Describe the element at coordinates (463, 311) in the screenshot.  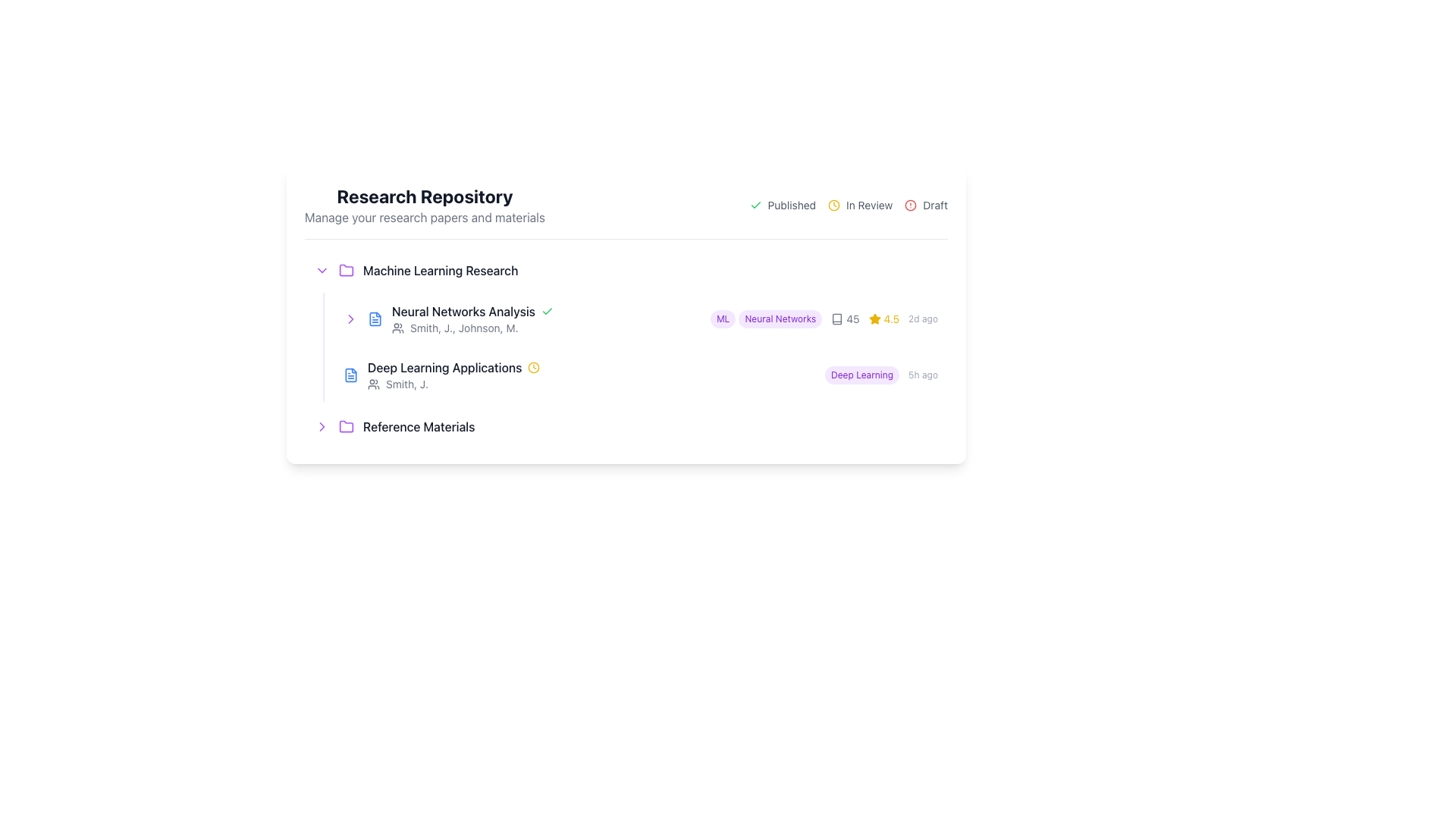
I see `displayed text of the 'Neural Networks Analysis' label located under the 'Machine Learning Research' section, which is positioned horizontally next to a green checkmark icon` at that location.